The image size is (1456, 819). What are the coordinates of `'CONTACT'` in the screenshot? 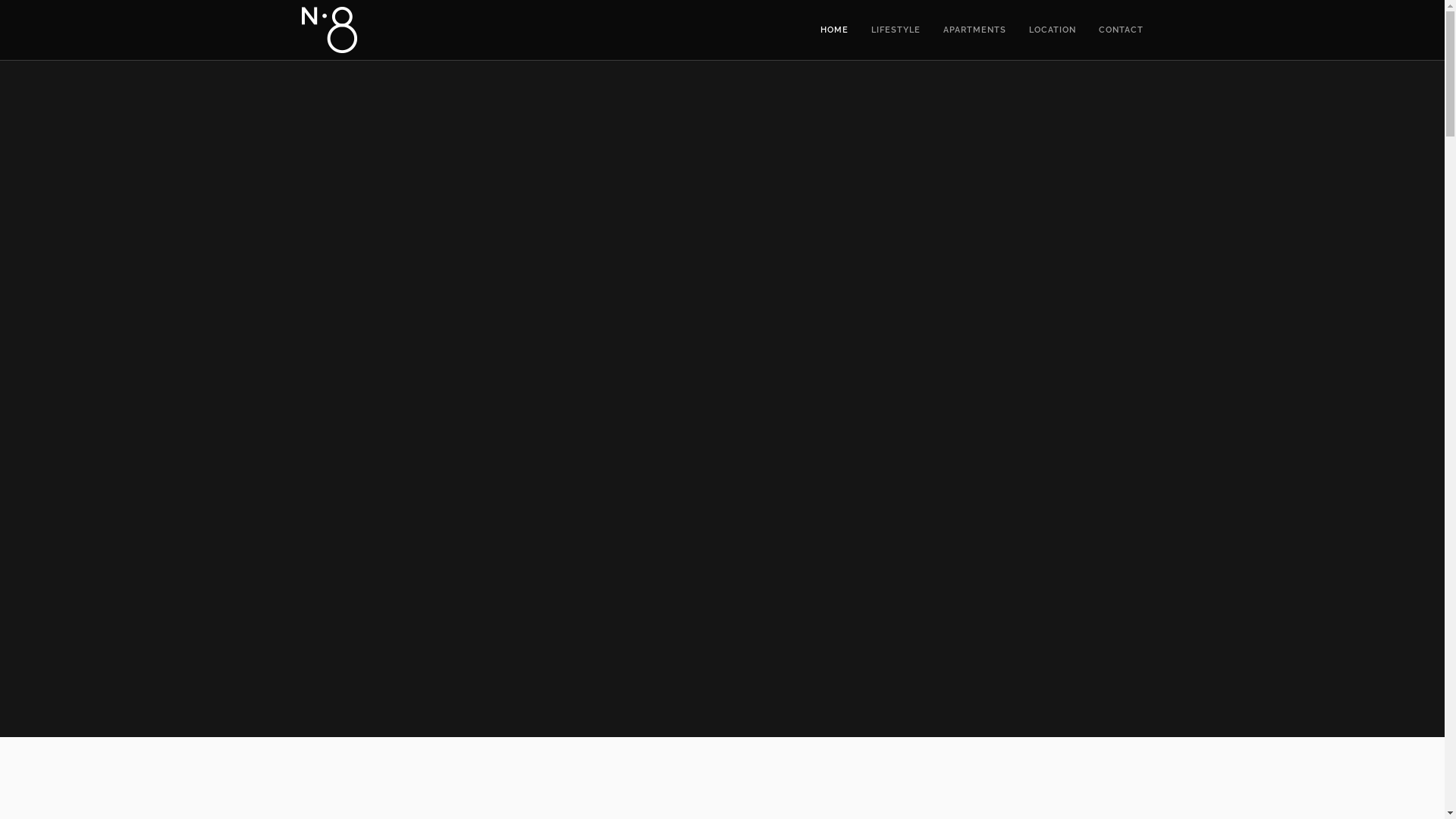 It's located at (1120, 30).